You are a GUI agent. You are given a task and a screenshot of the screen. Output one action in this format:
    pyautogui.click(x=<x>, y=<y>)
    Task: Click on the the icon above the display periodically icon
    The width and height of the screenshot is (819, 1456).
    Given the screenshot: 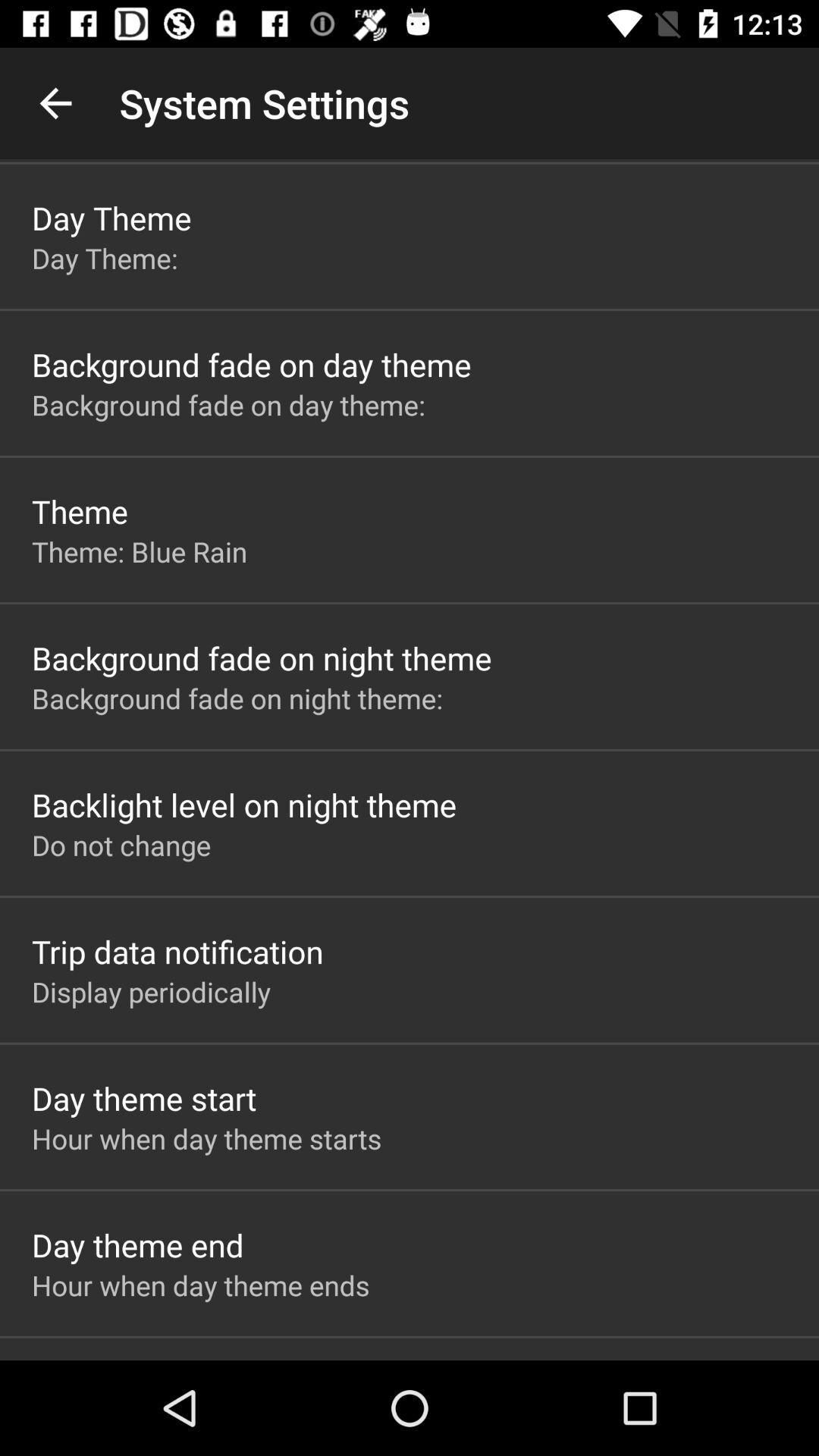 What is the action you would take?
    pyautogui.click(x=177, y=950)
    